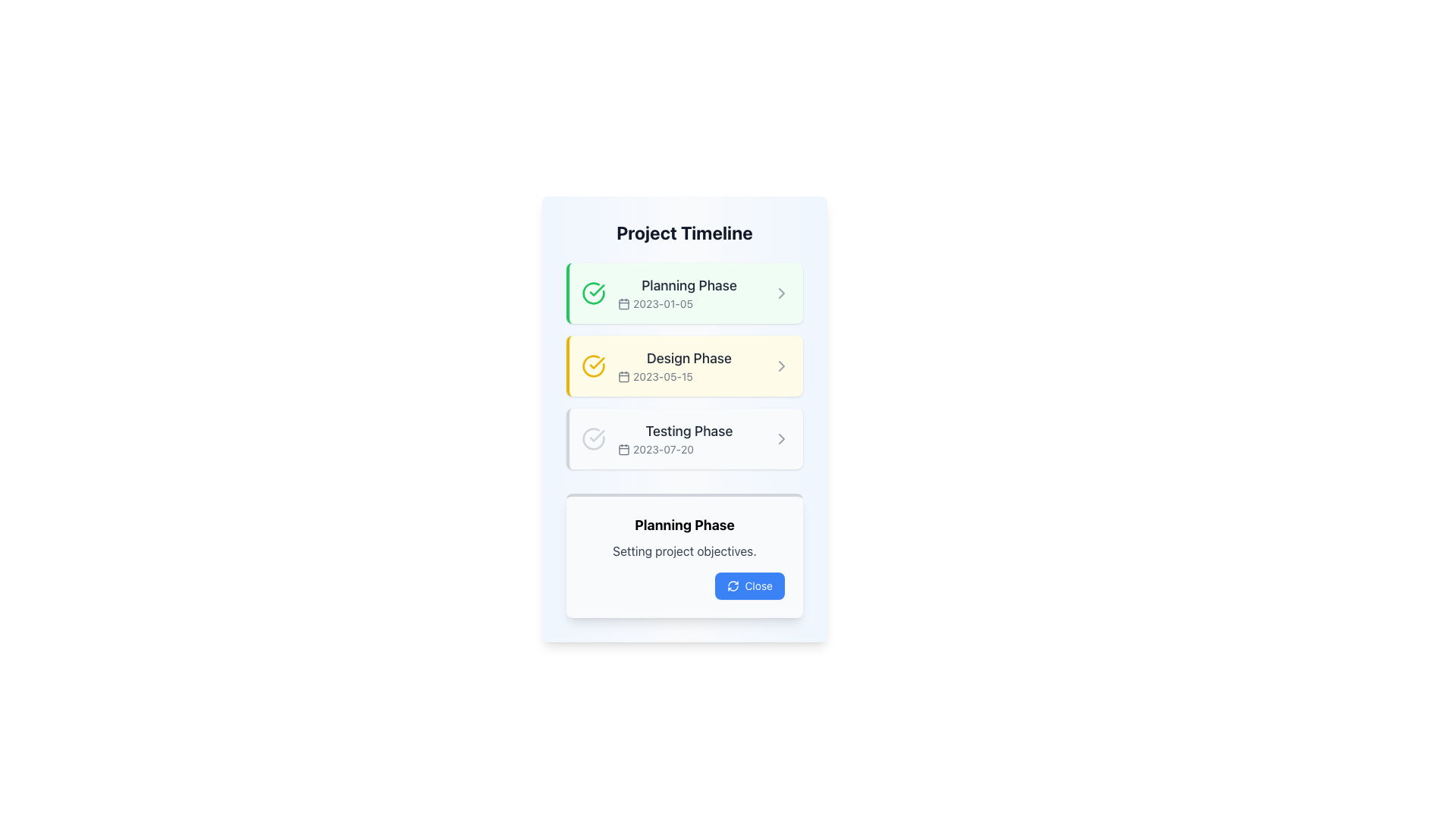 The height and width of the screenshot is (819, 1456). I want to click on the date label '2023-07-20' with a calendar icon located in the 'Testing Phase' section of the timeline view, so click(688, 449).